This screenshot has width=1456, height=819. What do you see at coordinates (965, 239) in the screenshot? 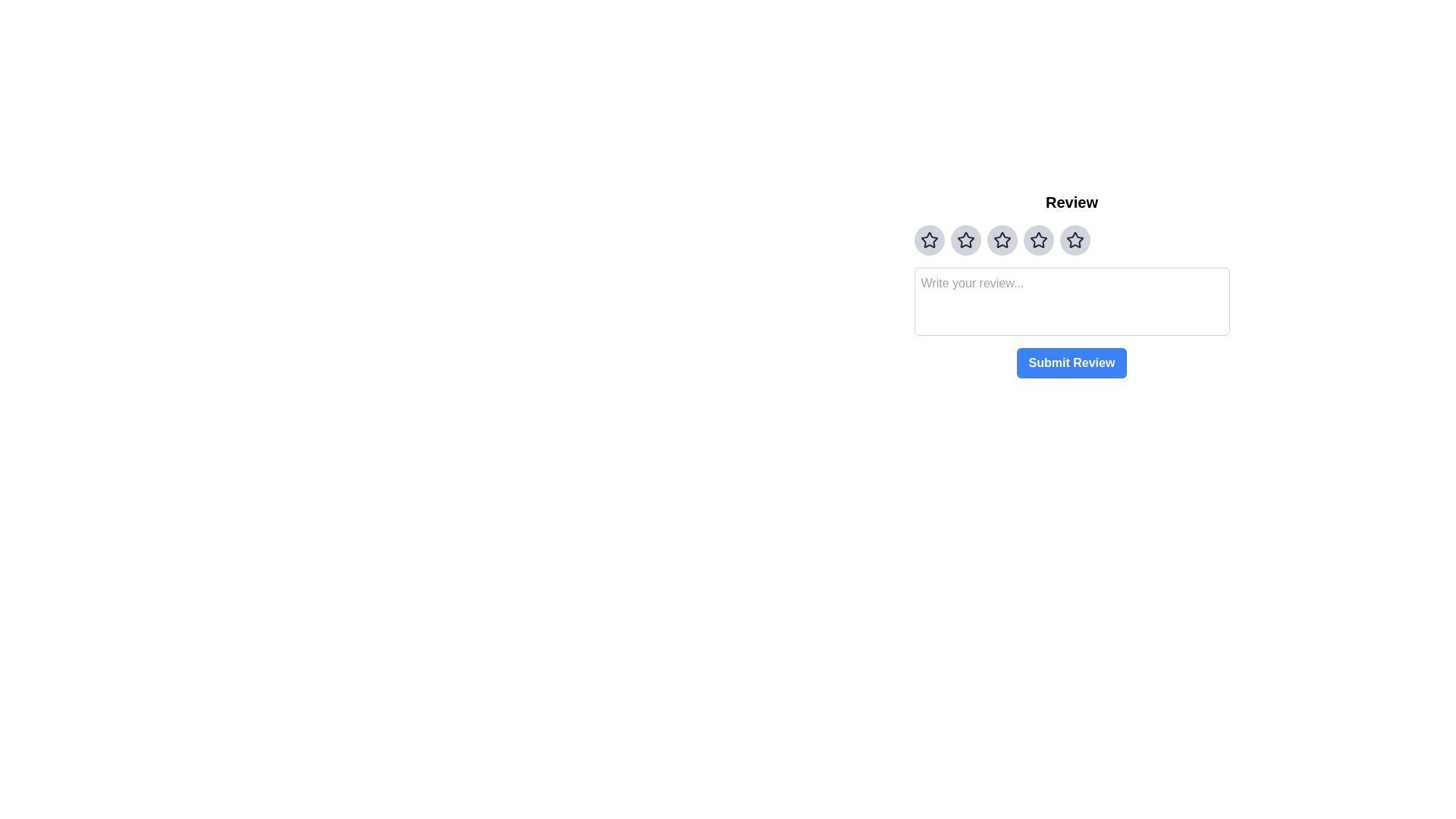
I see `the second star icon in the interactive rating system` at bounding box center [965, 239].